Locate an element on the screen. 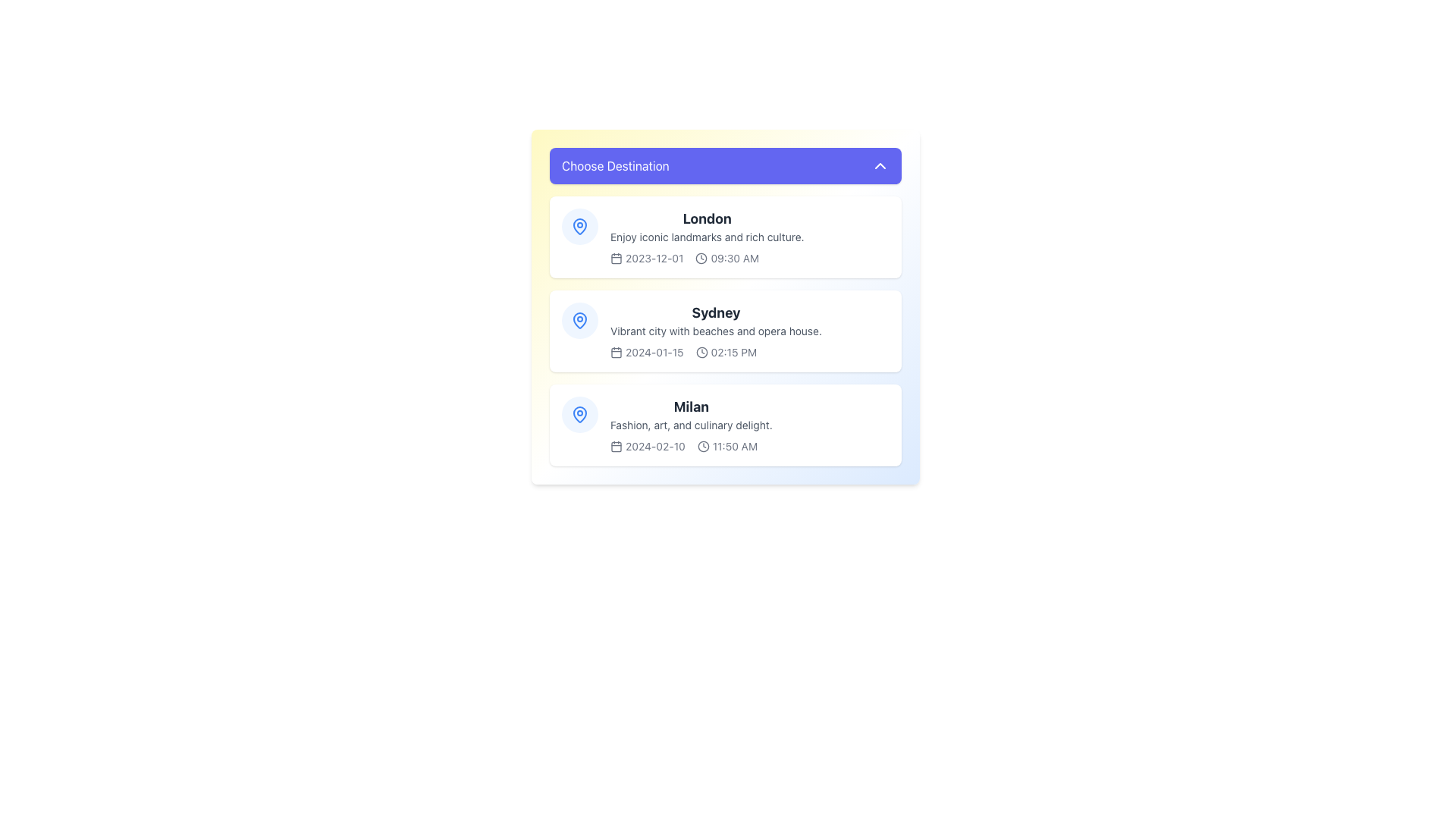 This screenshot has height=819, width=1456. the small, circular decorative icon resembling a clock located in the bottommost card titled 'Milan', positioned to the right of the time text '11:50 AM' is located at coordinates (702, 446).